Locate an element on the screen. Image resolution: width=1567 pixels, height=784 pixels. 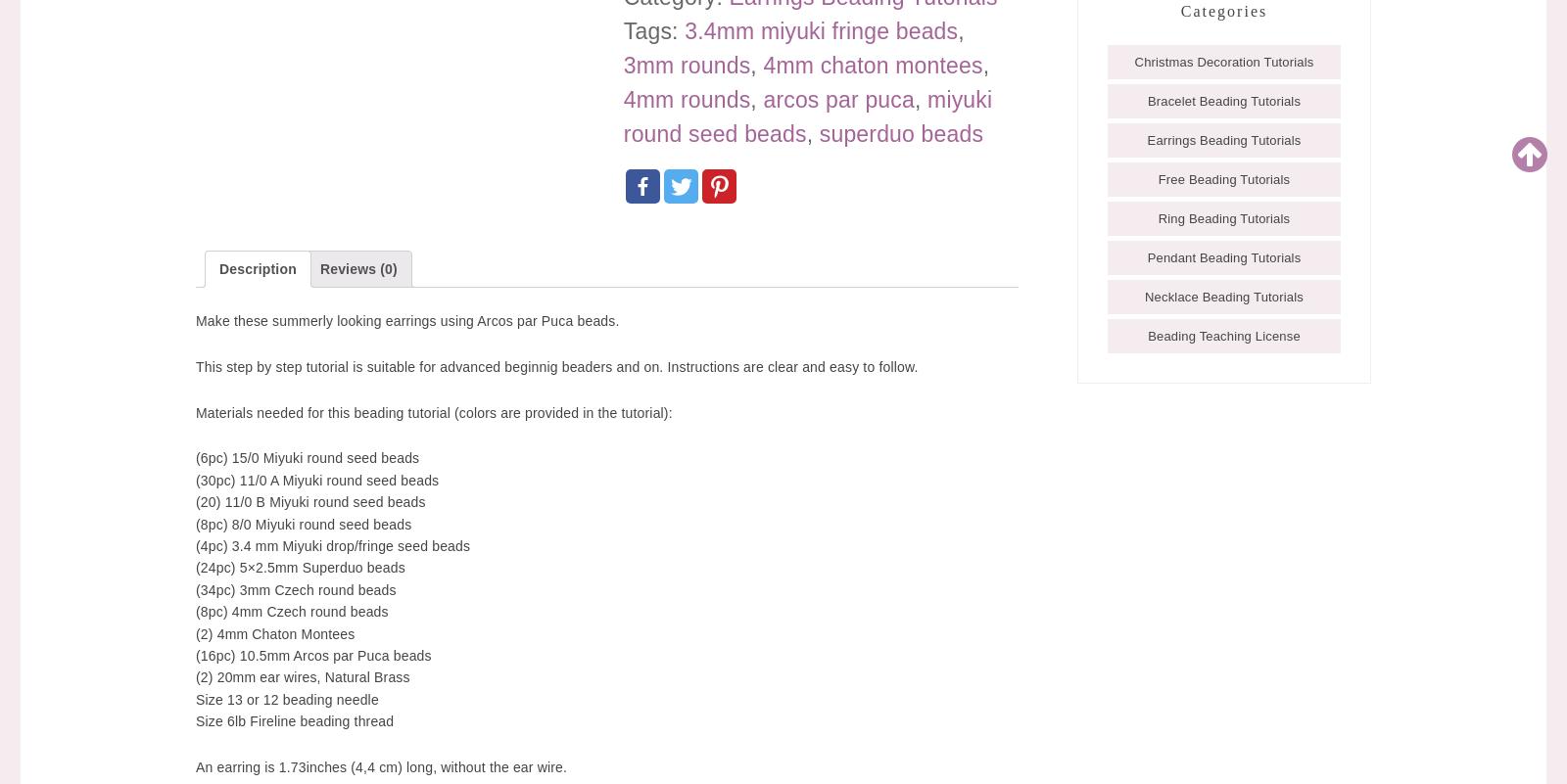
'Free Beading Tutorials' is located at coordinates (1158, 178).